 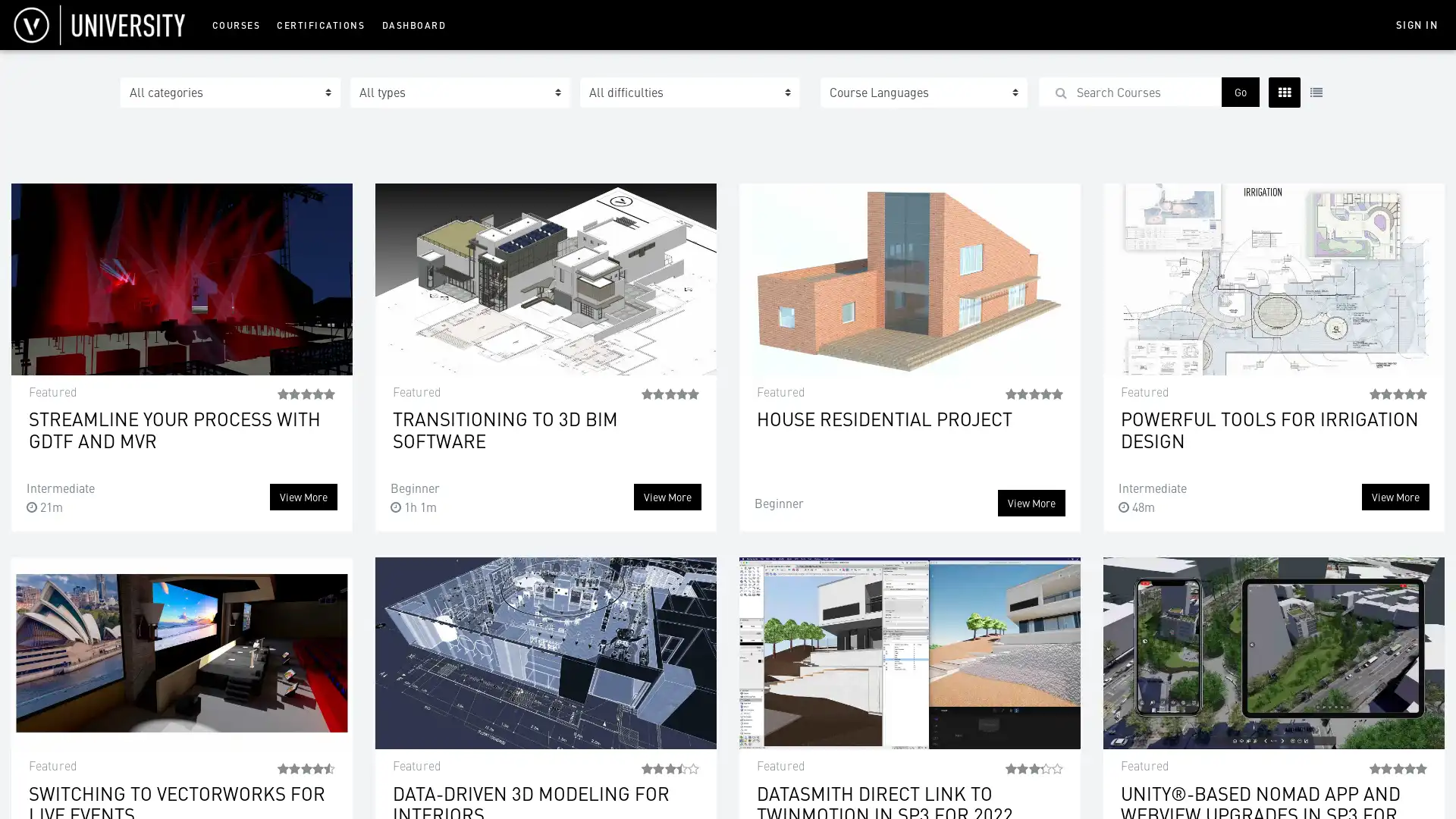 What do you see at coordinates (667, 497) in the screenshot?
I see `View More` at bounding box center [667, 497].